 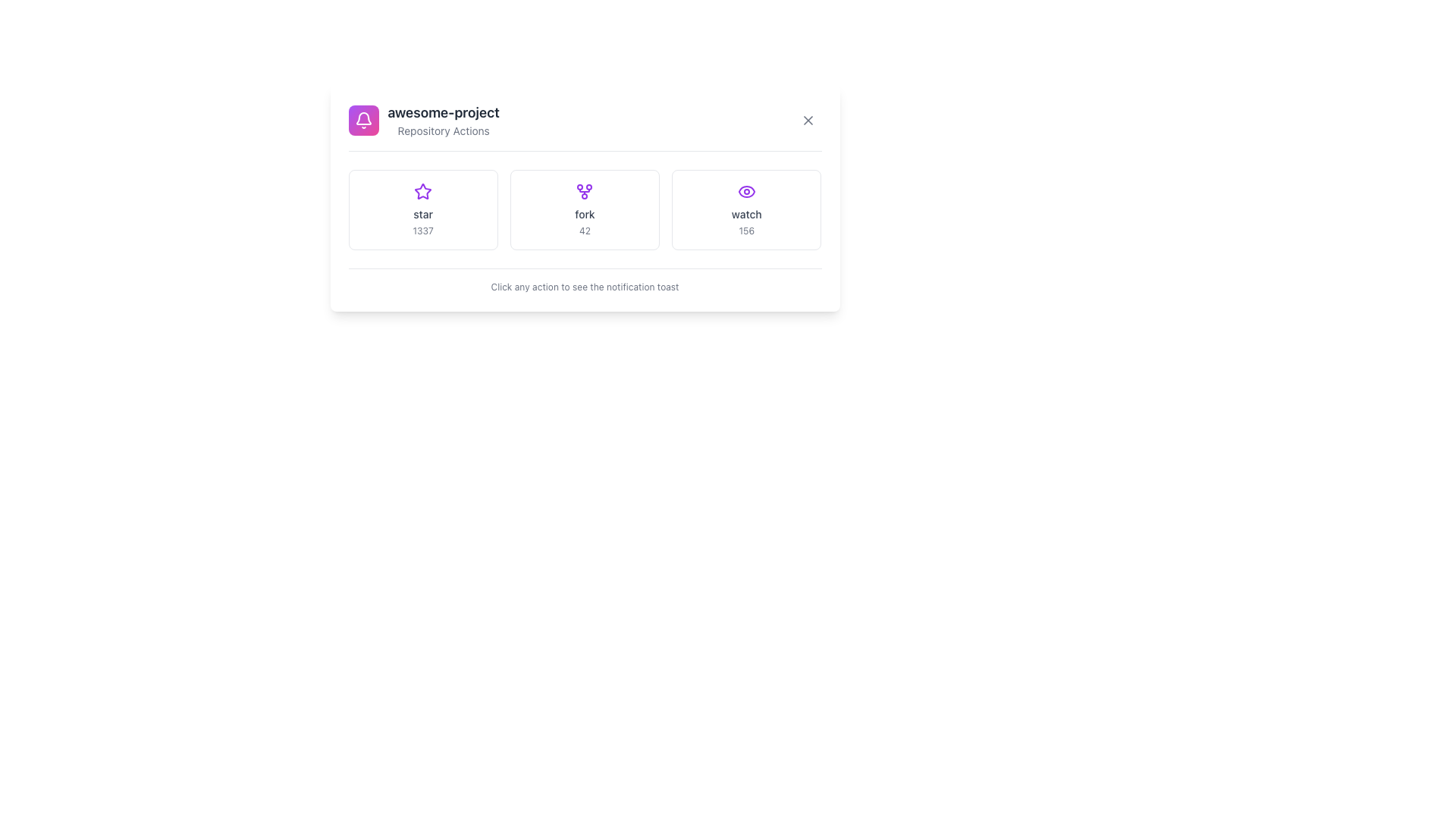 I want to click on the prominent text label 'awesome-project', which is styled in bold and slightly larger font above the 'Repository Actions' section, so click(x=443, y=112).